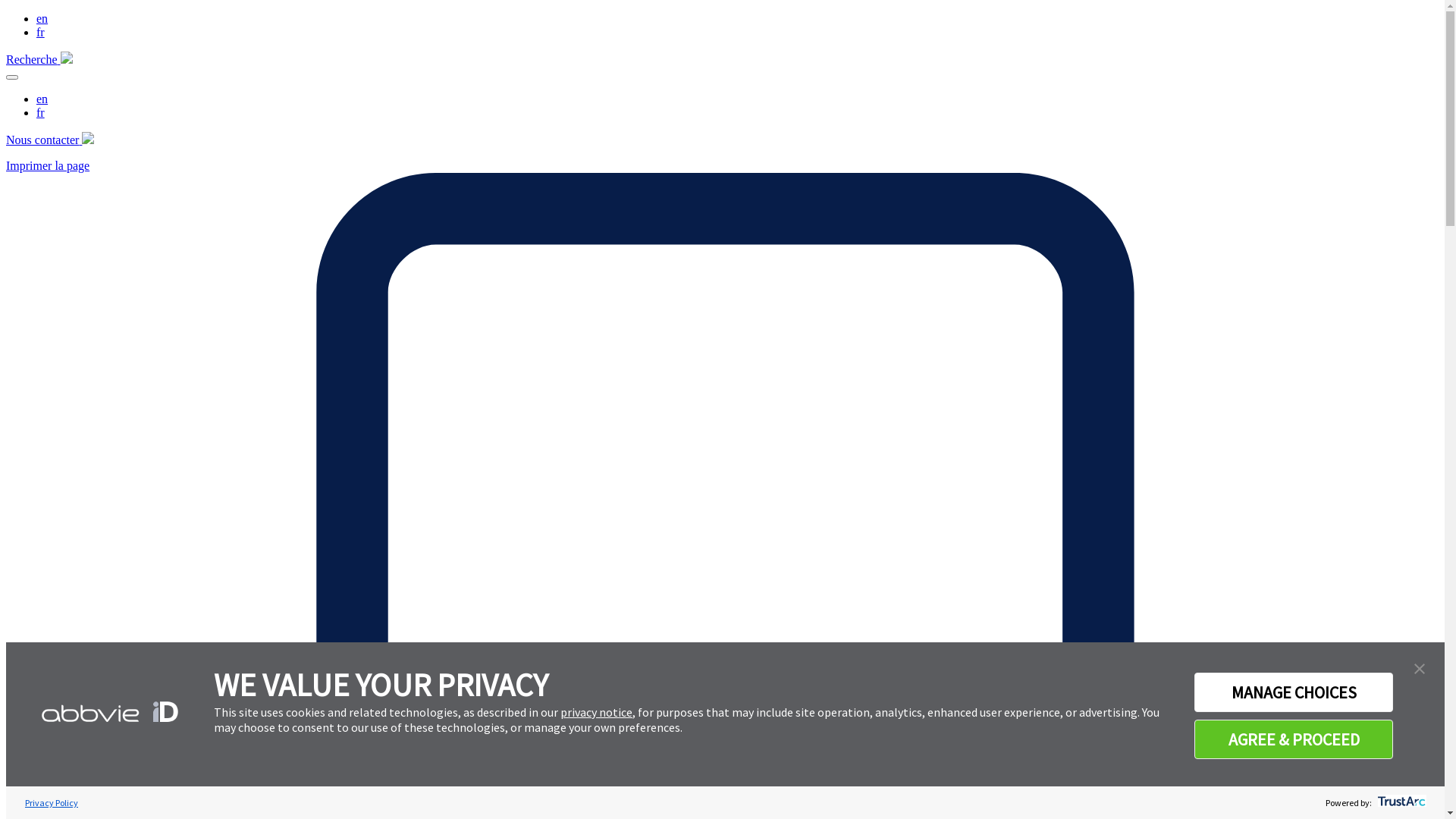 This screenshot has width=1456, height=819. I want to click on 'Nous contacter', so click(50, 140).